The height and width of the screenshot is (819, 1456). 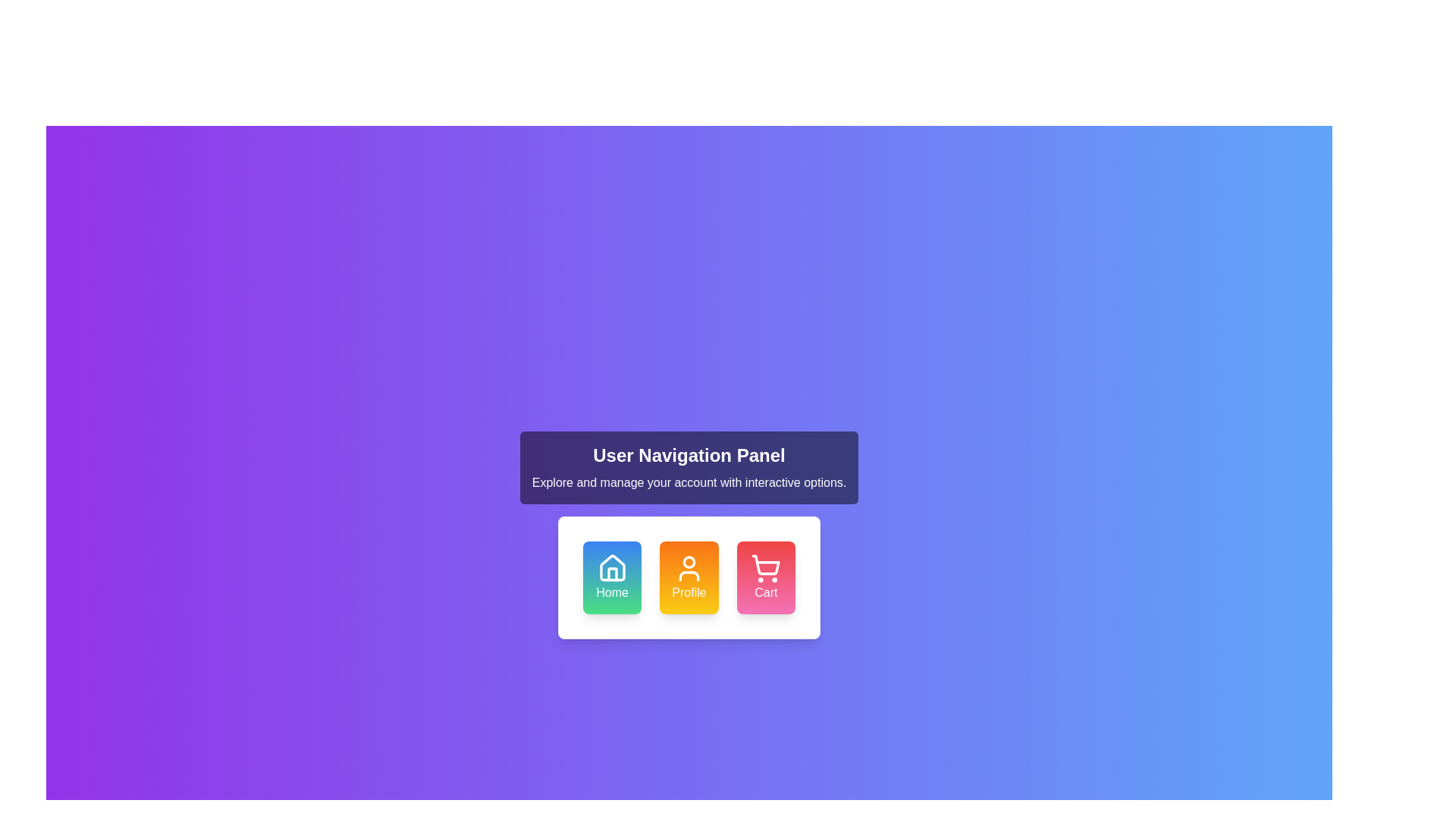 What do you see at coordinates (612, 578) in the screenshot?
I see `the 'Home' button, which is a square tile with a gradient background from green to blue and a white house icon, to observe its interactive styling` at bounding box center [612, 578].